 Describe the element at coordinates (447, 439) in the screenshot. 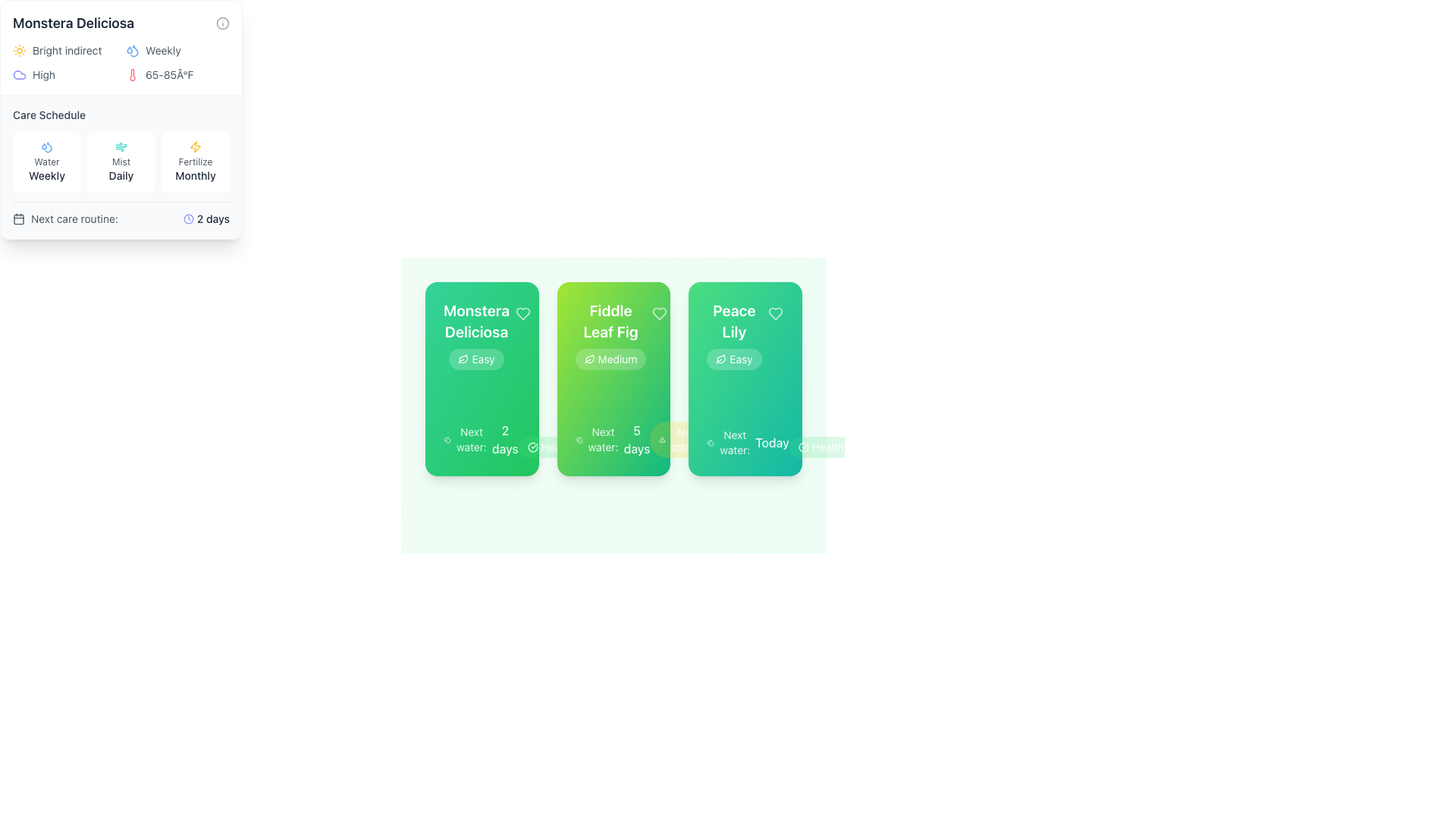

I see `the compact droplet icon representing water or hydration, which is located to the left of the text 'Next water: 2 days' in the watering schedule section of the Monstera Deliciosa plant card layout` at that location.